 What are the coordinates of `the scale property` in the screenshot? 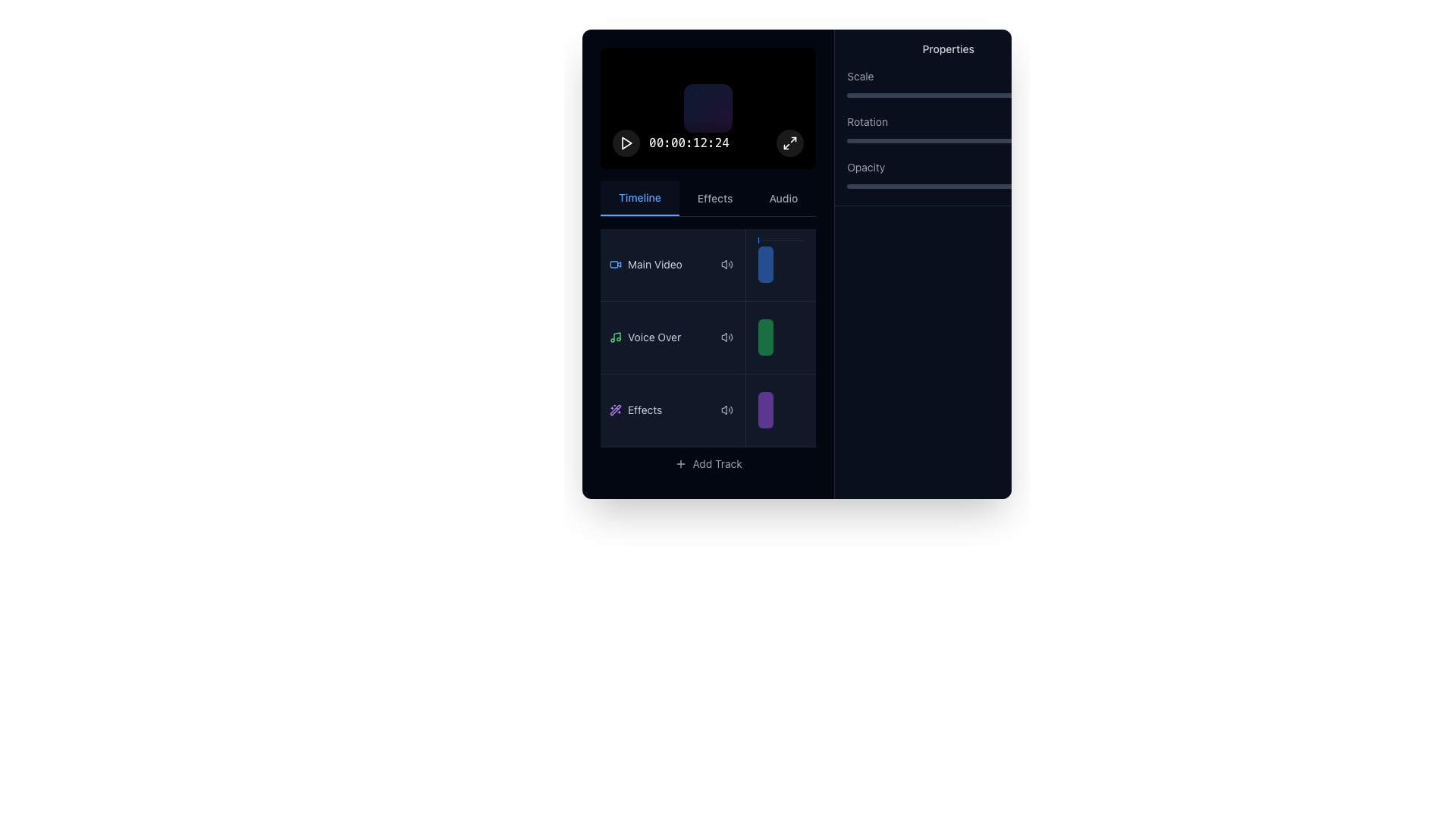 It's located at (863, 96).